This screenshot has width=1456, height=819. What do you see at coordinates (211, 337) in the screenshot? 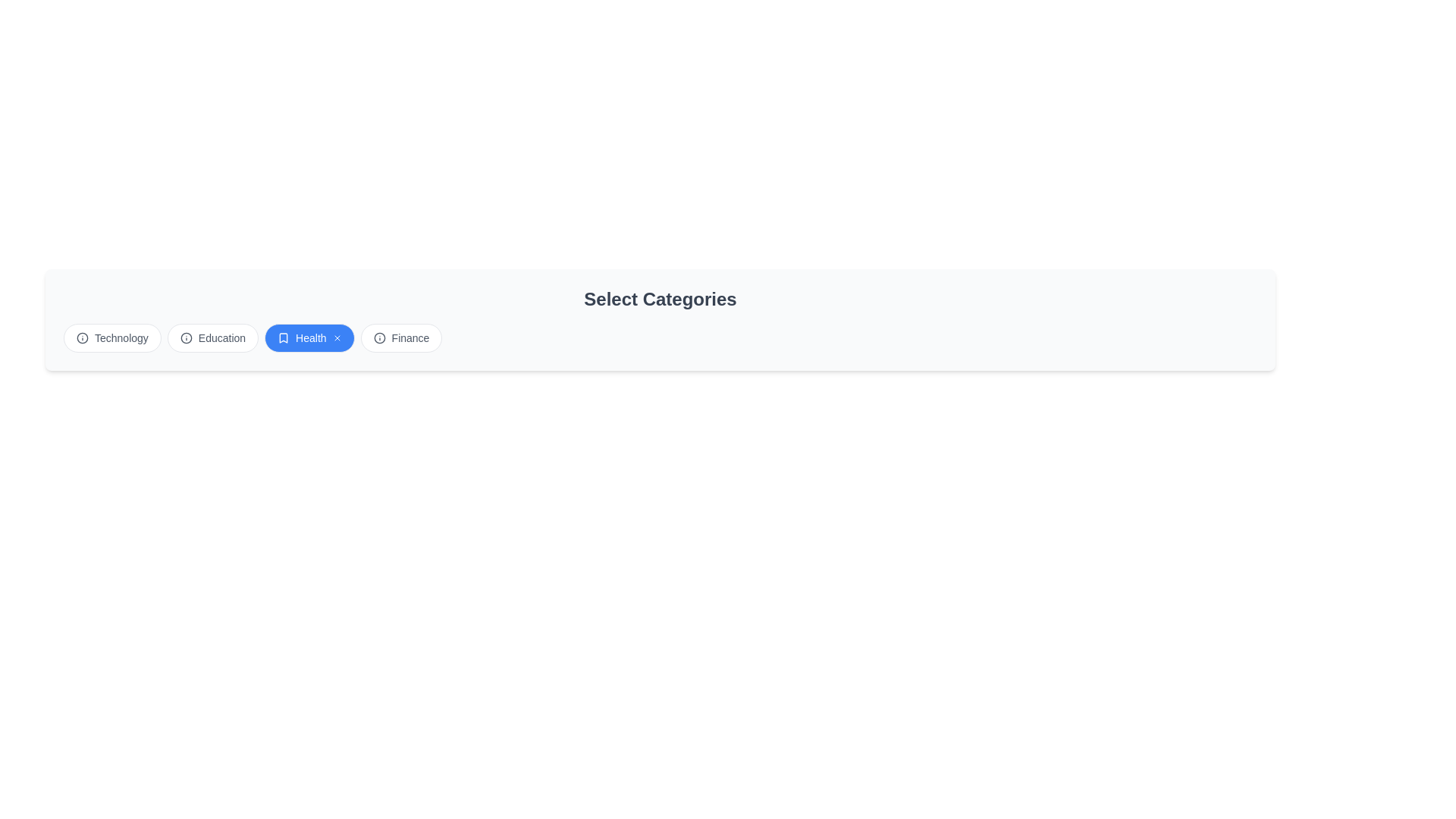
I see `the category Education by clicking on its chip` at bounding box center [211, 337].